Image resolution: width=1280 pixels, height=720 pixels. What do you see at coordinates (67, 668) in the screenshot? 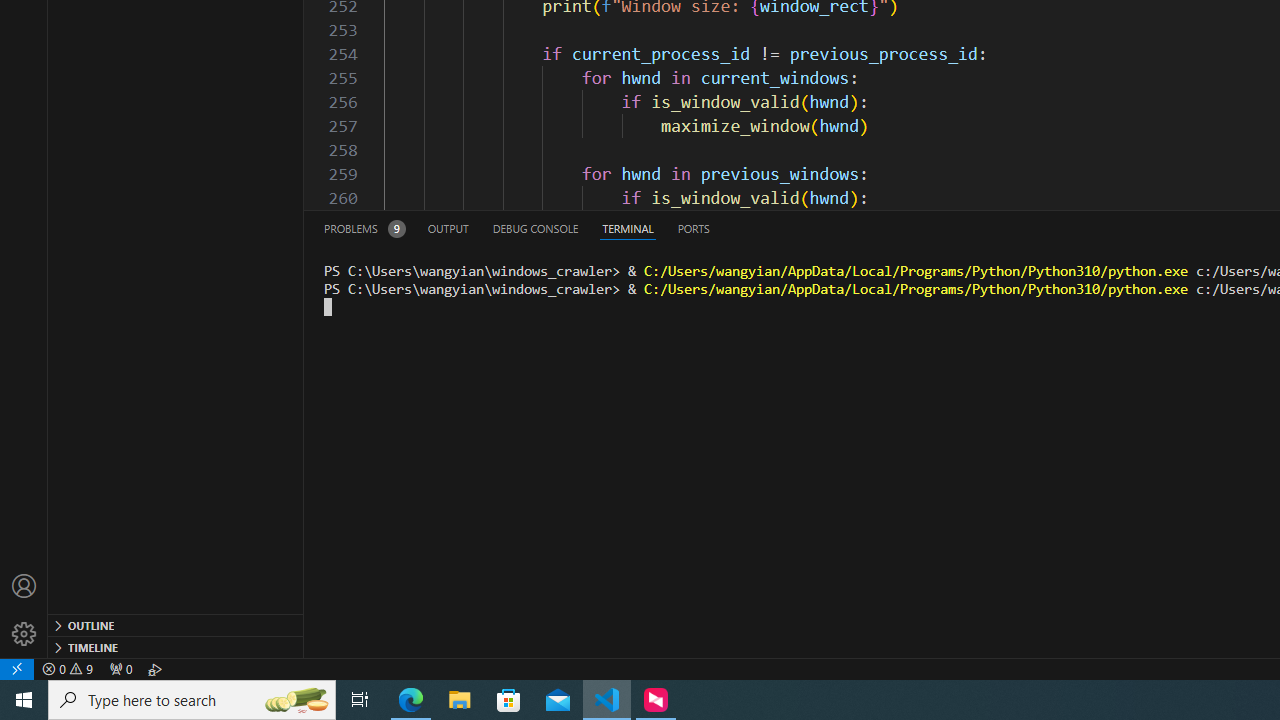
I see `'Warnings: 9'` at bounding box center [67, 668].